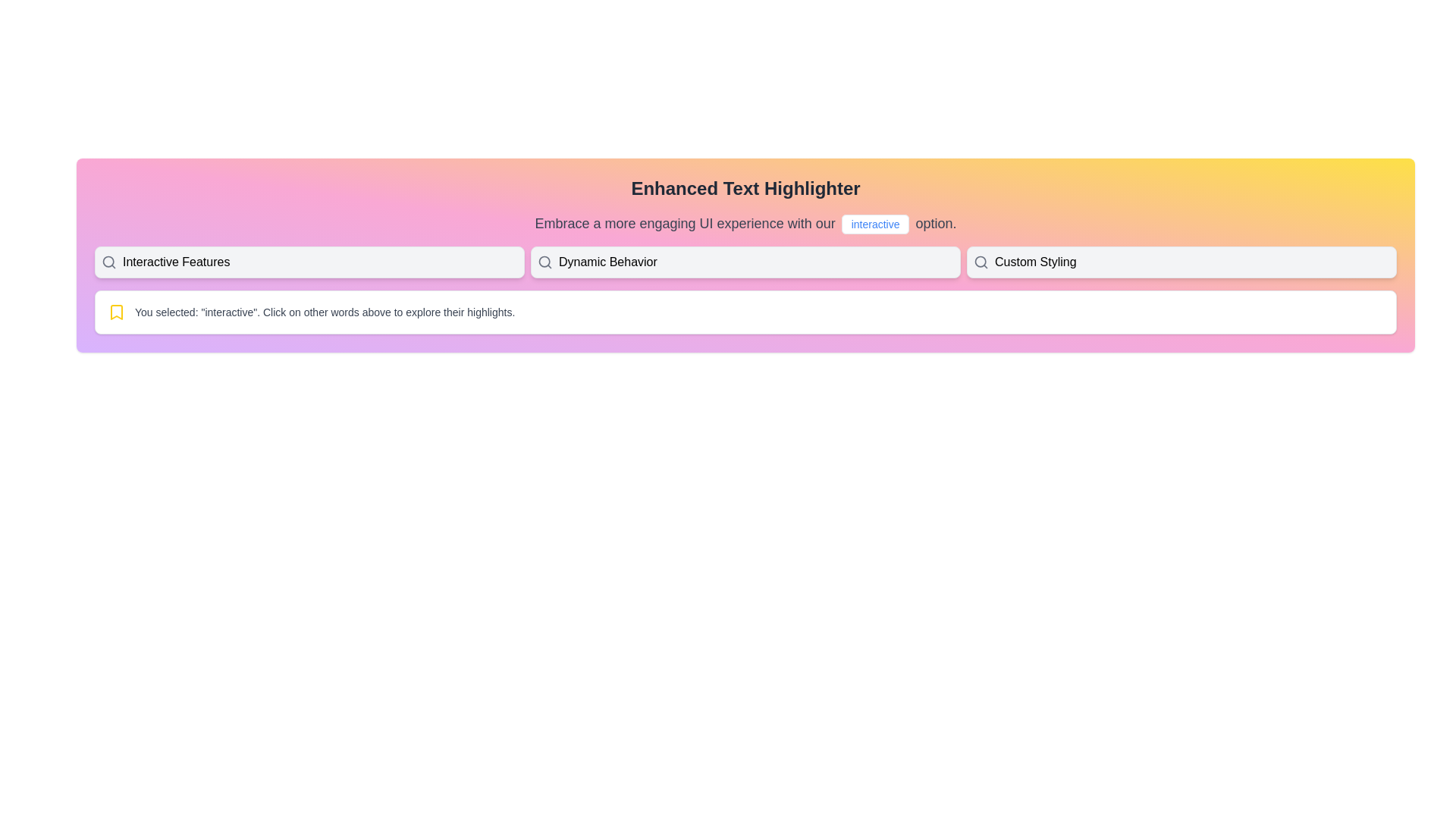 This screenshot has height=819, width=1456. Describe the element at coordinates (115, 312) in the screenshot. I see `the bookmark SVG icon located inside the text box below the search bar, which signifies selection or highlights accompanying text` at that location.